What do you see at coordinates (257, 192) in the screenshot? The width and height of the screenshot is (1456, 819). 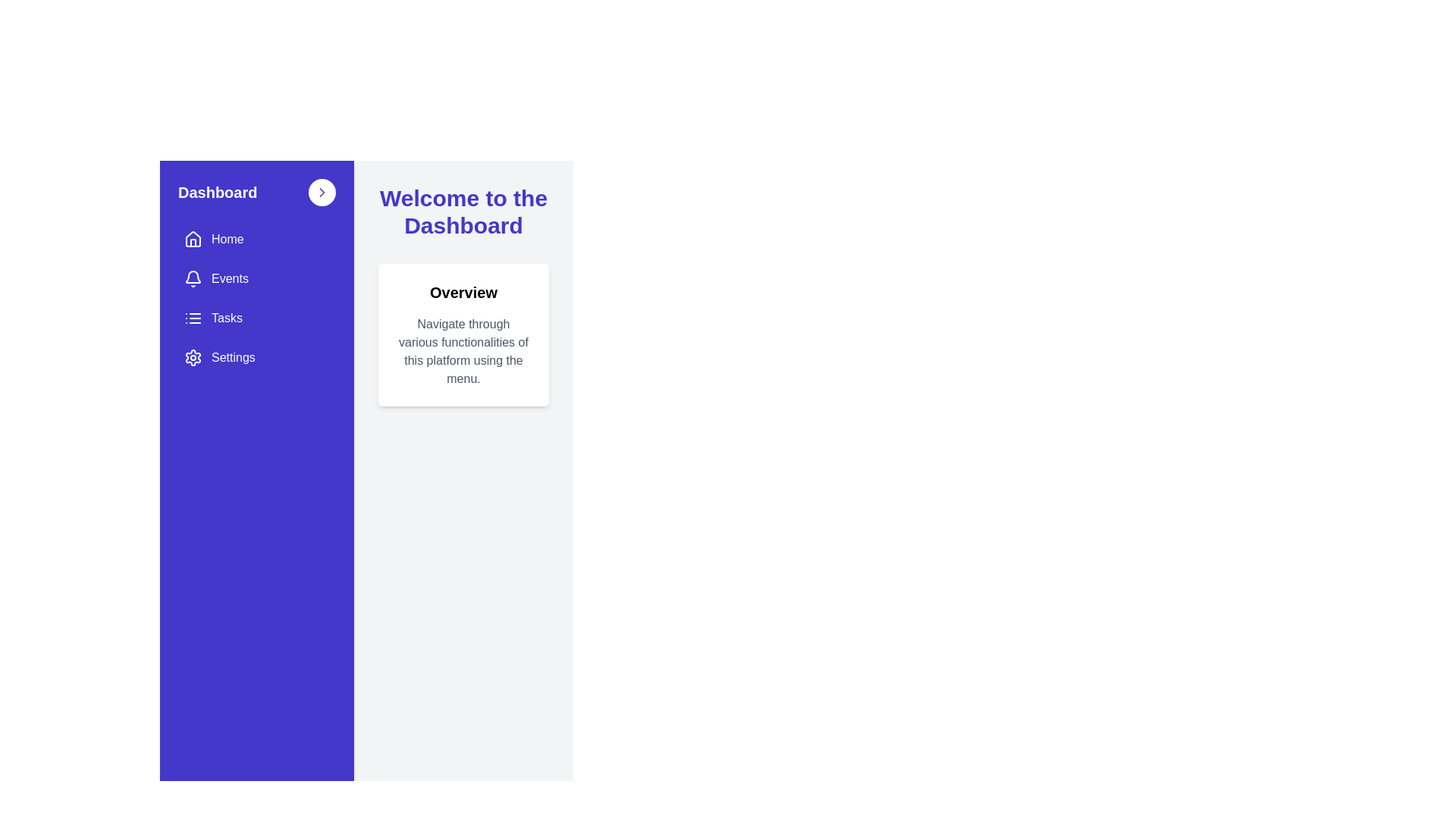 I see `the navigation link located at the top of the vertical navigation bar on the left side of the interface` at bounding box center [257, 192].